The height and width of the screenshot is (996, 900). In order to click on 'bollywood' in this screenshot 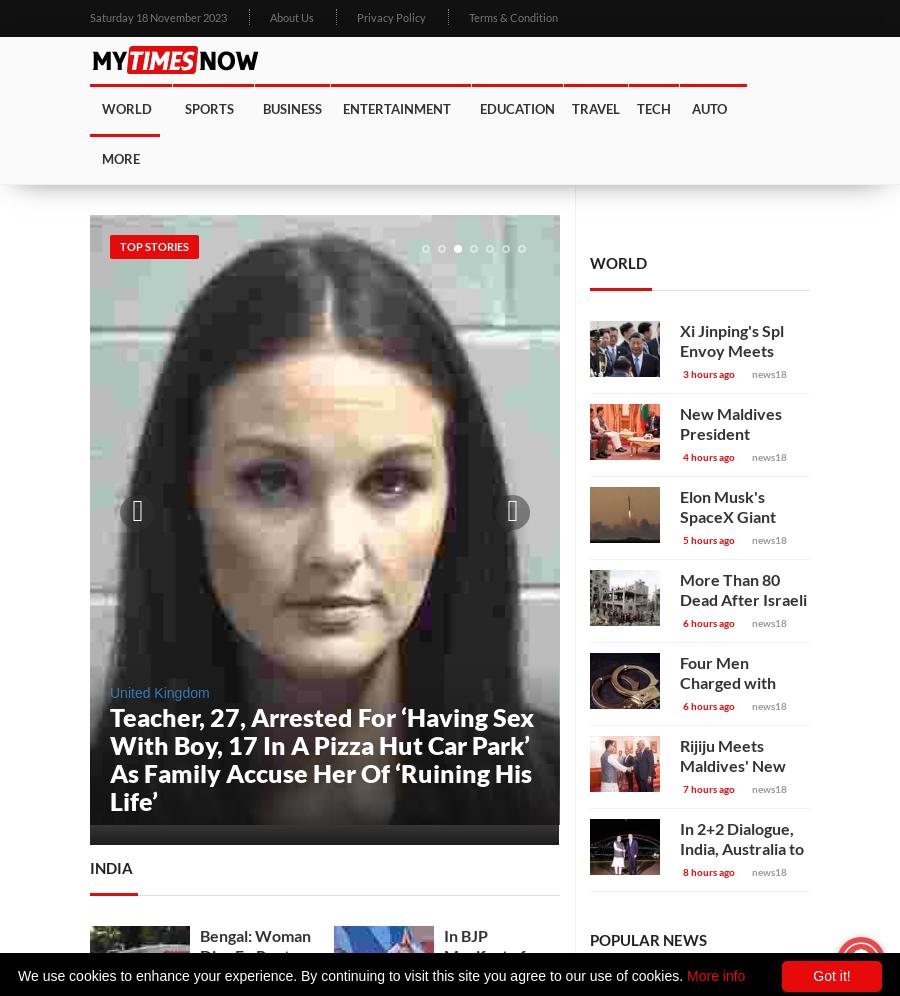, I will do `click(386, 205)`.